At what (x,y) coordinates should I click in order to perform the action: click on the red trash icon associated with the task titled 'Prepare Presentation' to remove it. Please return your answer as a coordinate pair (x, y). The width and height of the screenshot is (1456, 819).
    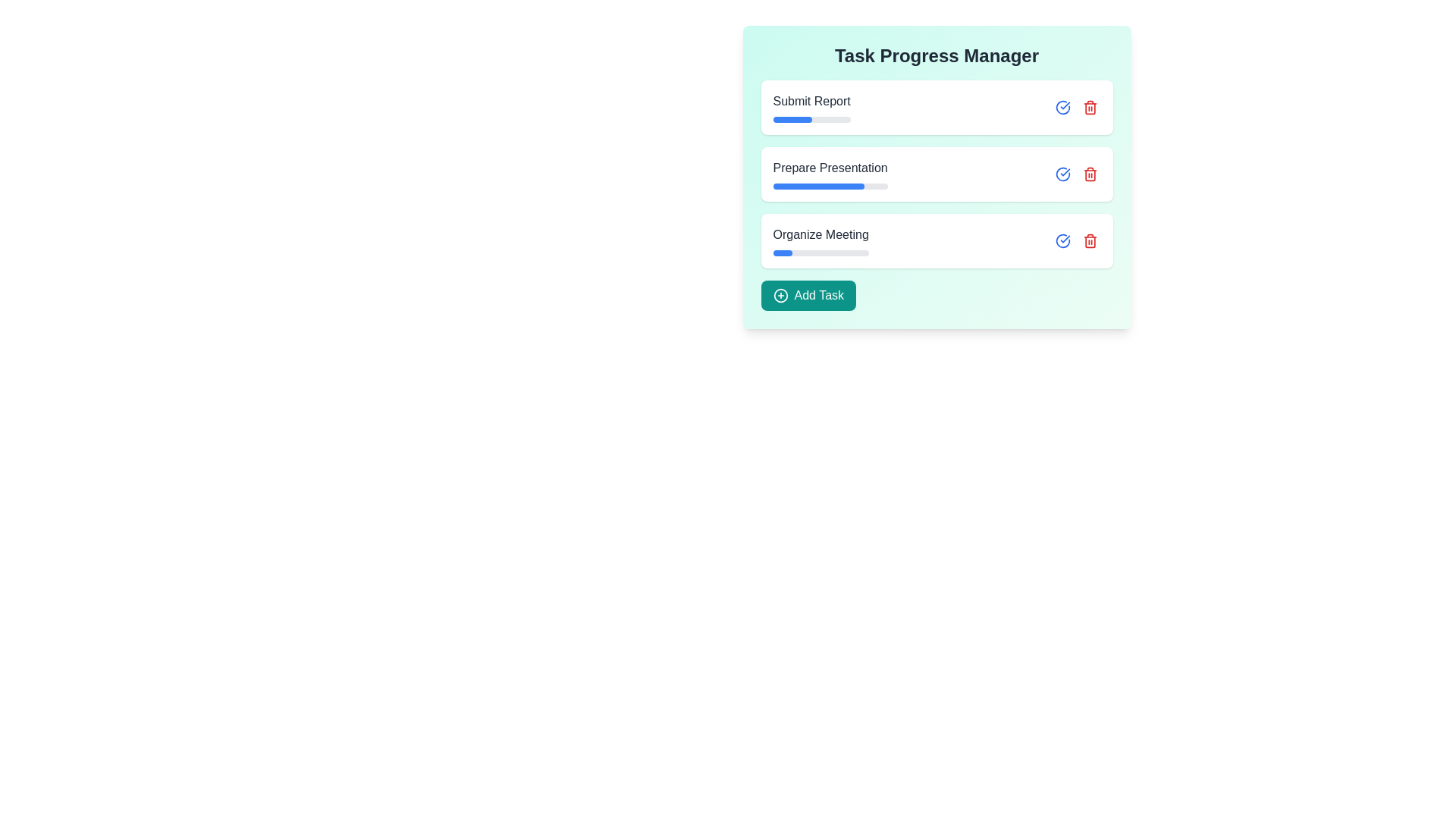
    Looking at the image, I should click on (1089, 174).